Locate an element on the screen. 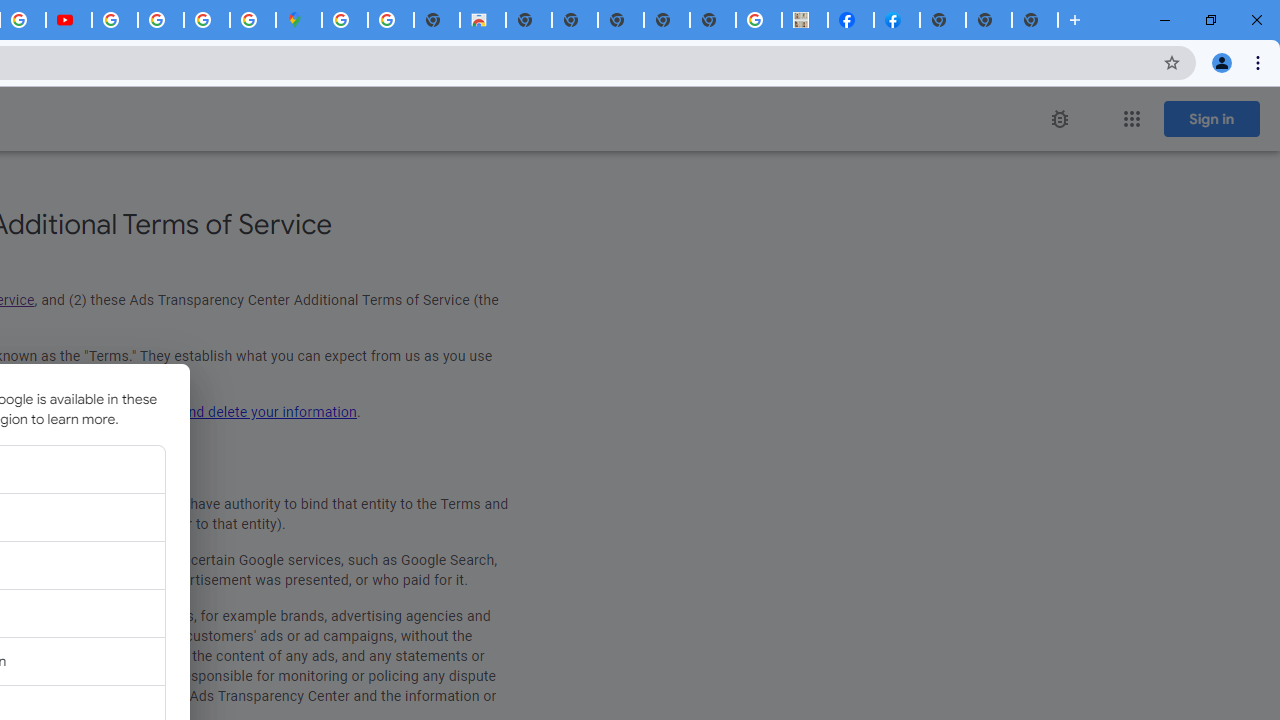 This screenshot has height=720, width=1280. 'Subscriptions - YouTube' is located at coordinates (69, 20).